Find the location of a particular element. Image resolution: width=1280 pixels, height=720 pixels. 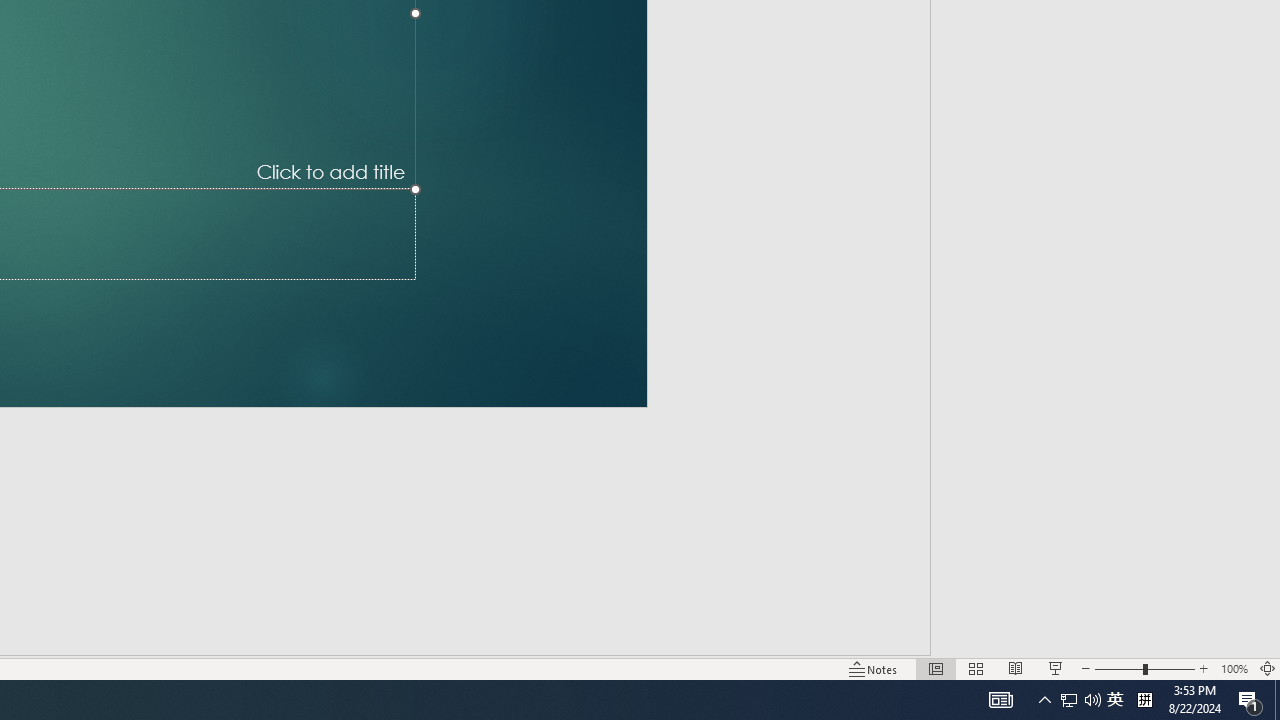

'Zoom to Fit ' is located at coordinates (1266, 669).